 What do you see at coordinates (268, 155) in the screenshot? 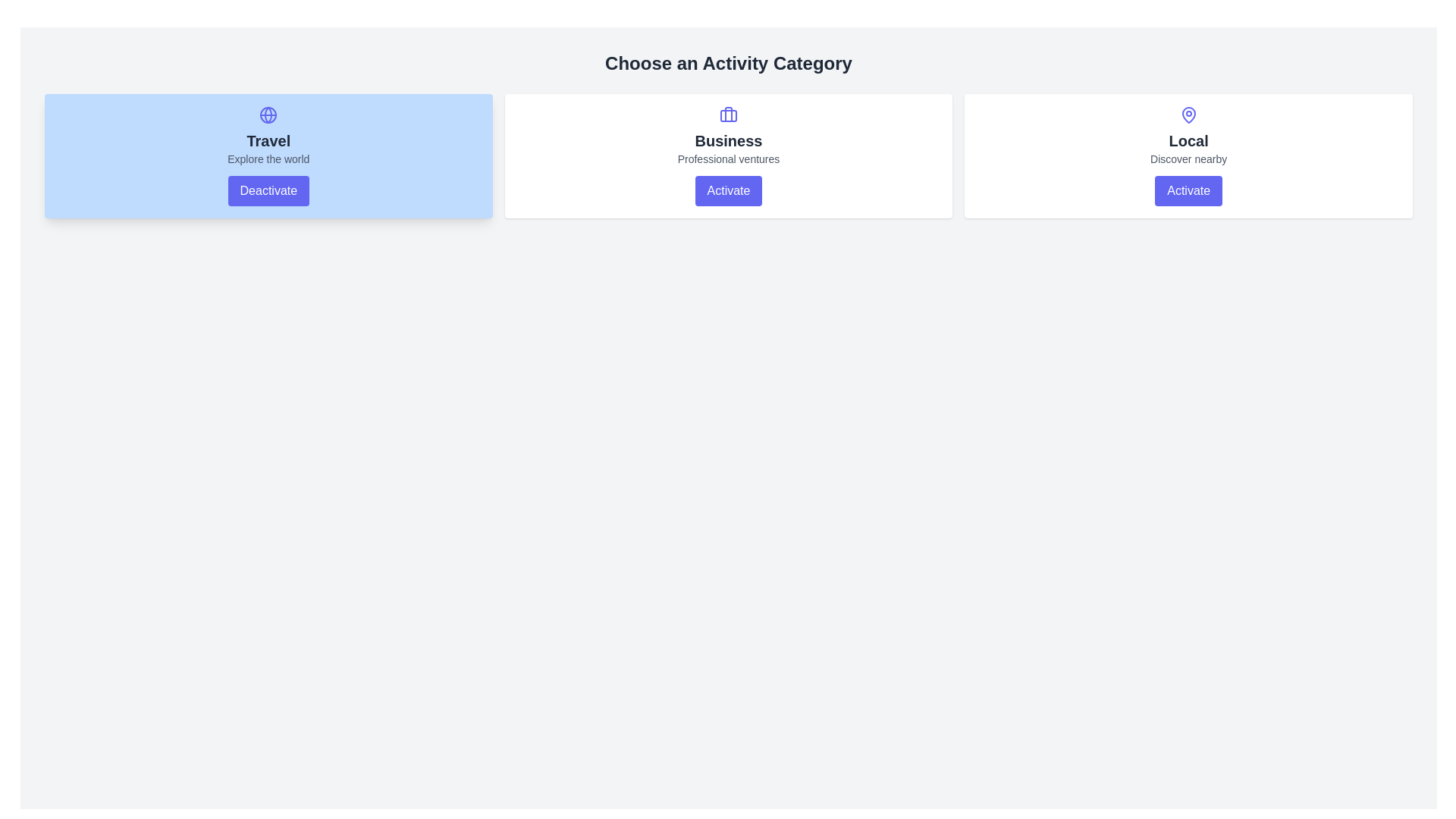
I see `the panel titled 'Travel' which contains a subtitle 'Explore the world' and a button labeled 'Deactivate'` at bounding box center [268, 155].